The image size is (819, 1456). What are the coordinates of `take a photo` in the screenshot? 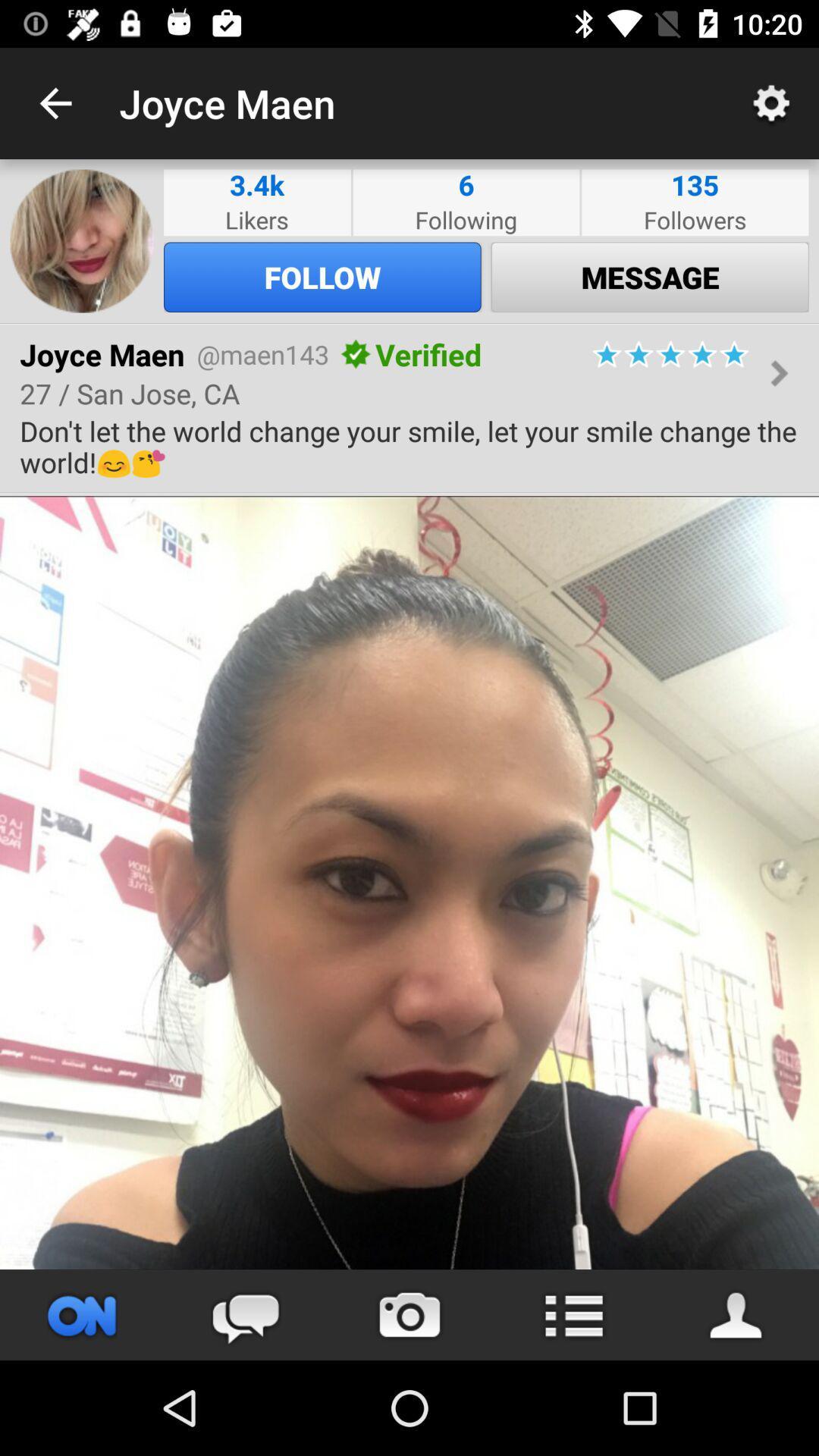 It's located at (409, 1314).